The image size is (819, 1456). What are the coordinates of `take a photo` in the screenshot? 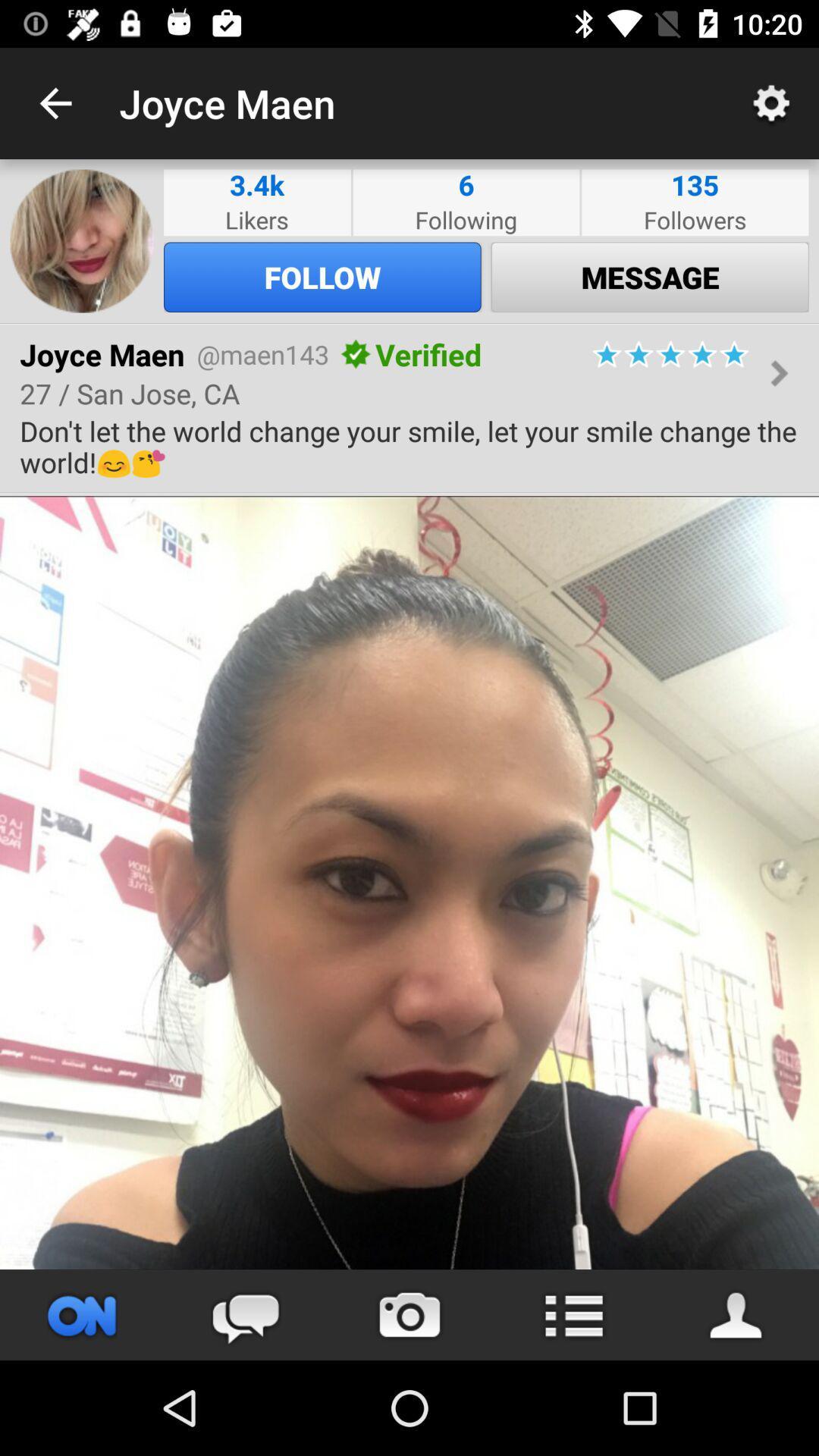 It's located at (409, 1314).